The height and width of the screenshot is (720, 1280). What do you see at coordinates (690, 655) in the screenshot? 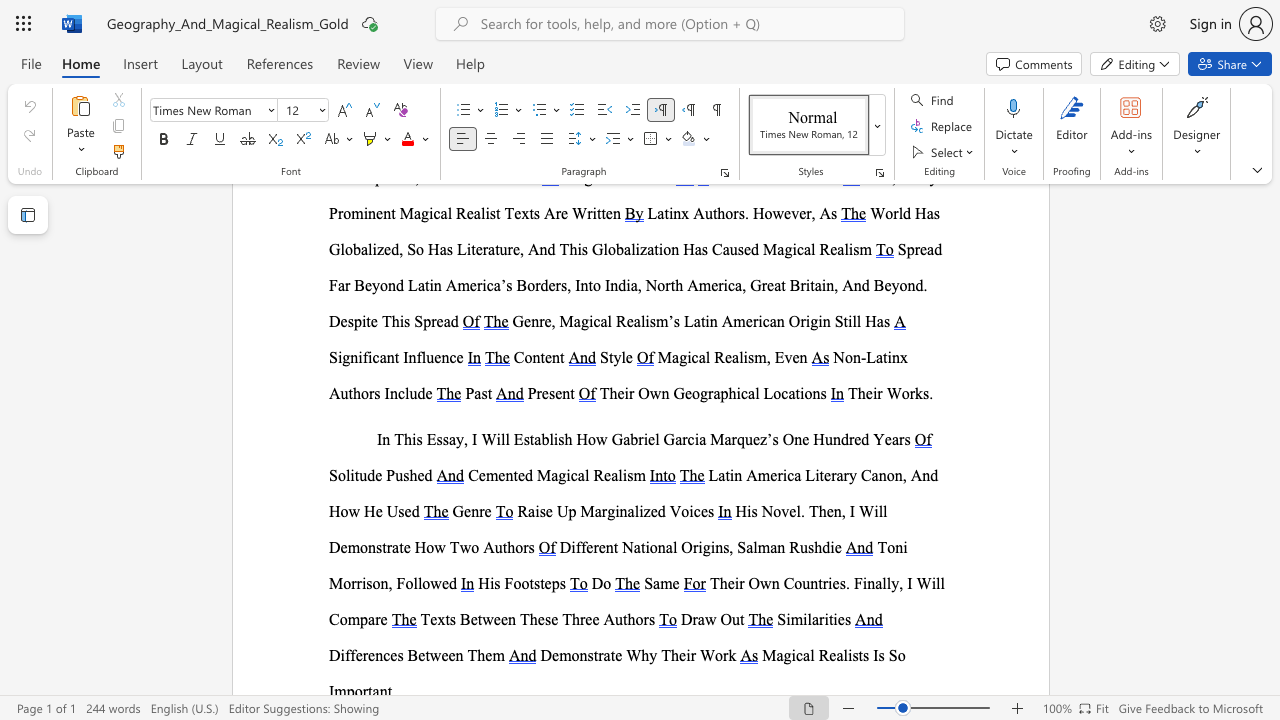
I see `the subset text "r W" within the text "Demonstrate Why Their Work"` at bounding box center [690, 655].